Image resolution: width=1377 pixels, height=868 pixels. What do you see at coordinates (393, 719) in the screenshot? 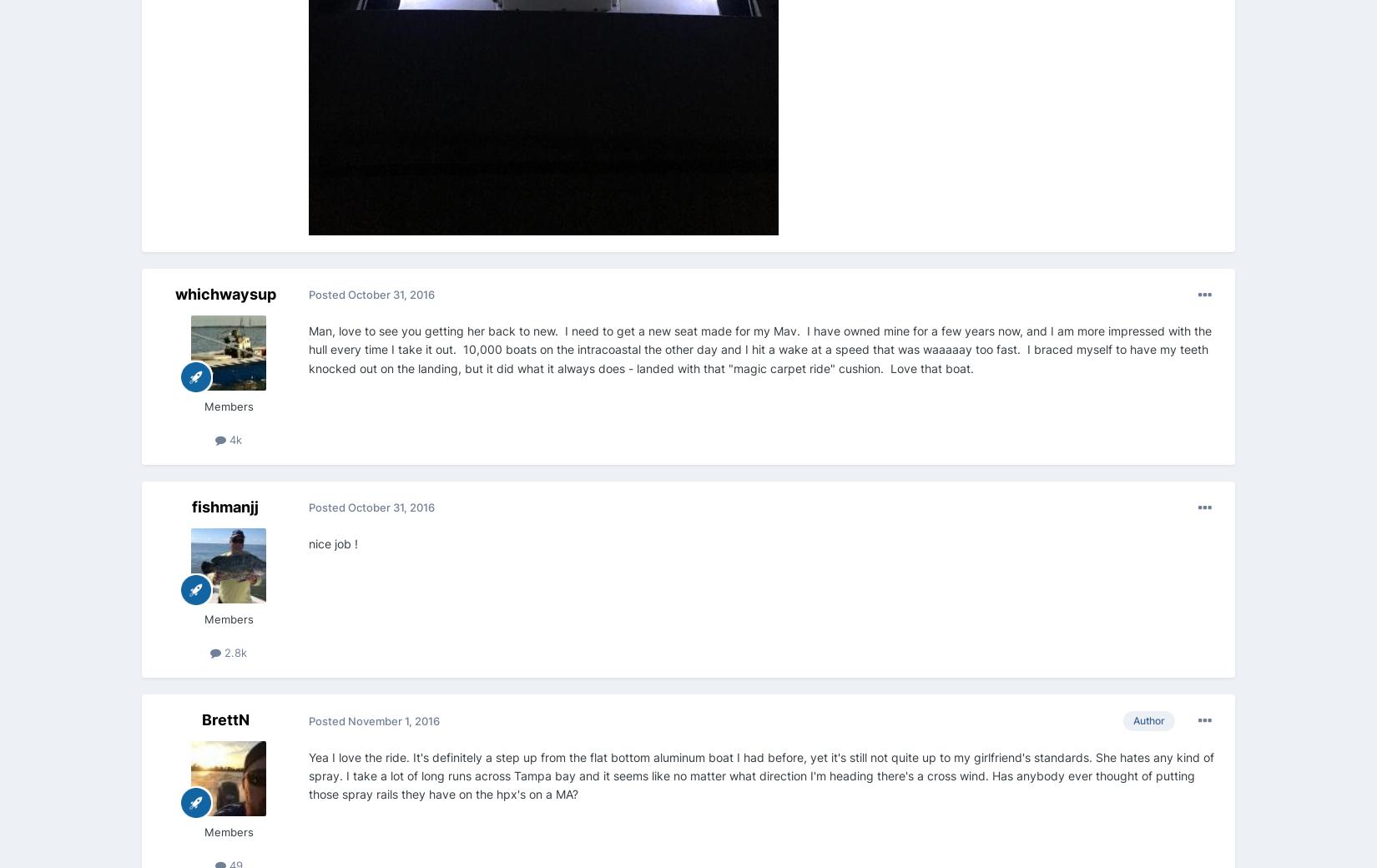
I see `'November 1, 2016'` at bounding box center [393, 719].